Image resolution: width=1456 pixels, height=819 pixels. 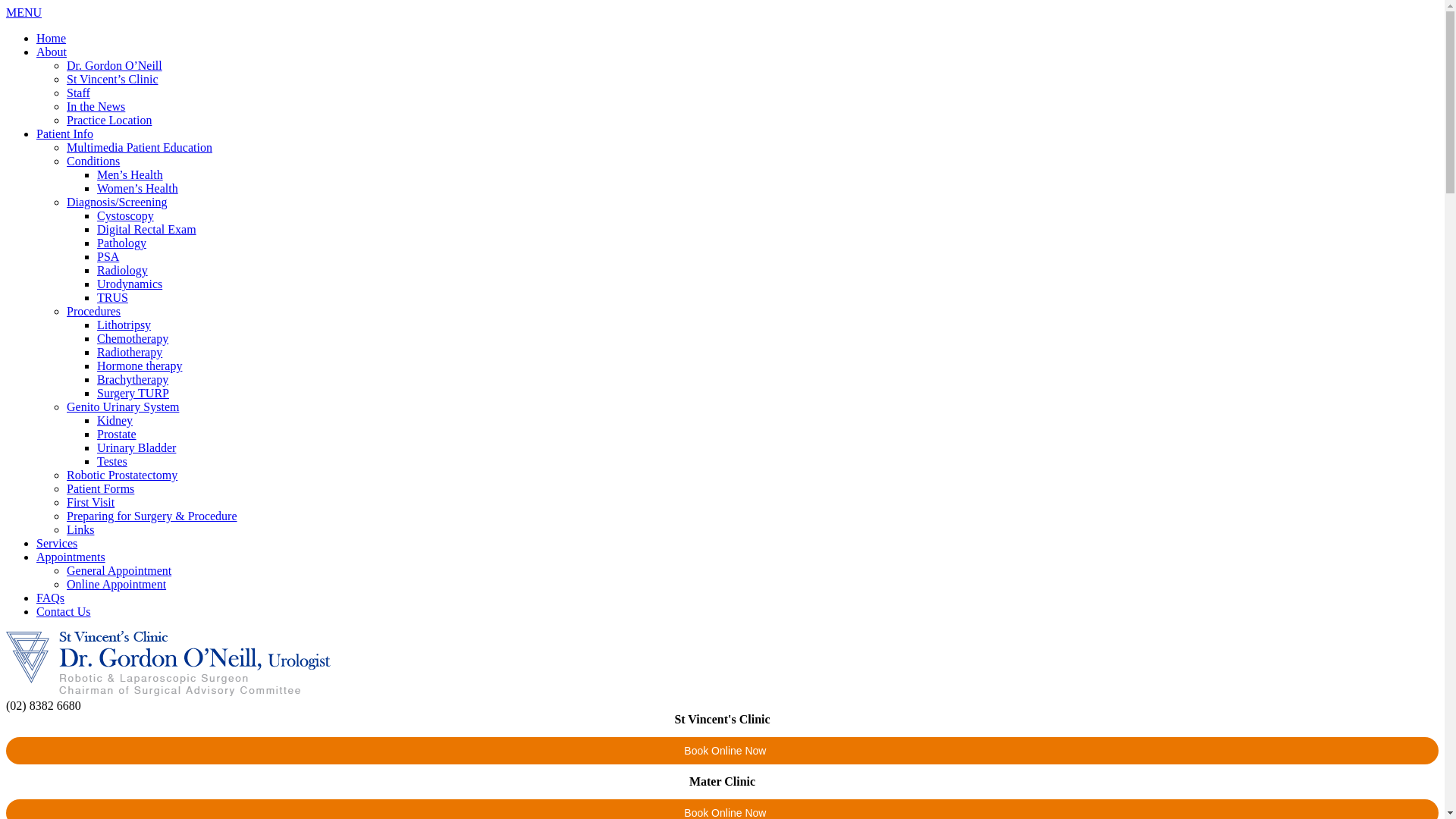 I want to click on 'PSA', so click(x=107, y=256).